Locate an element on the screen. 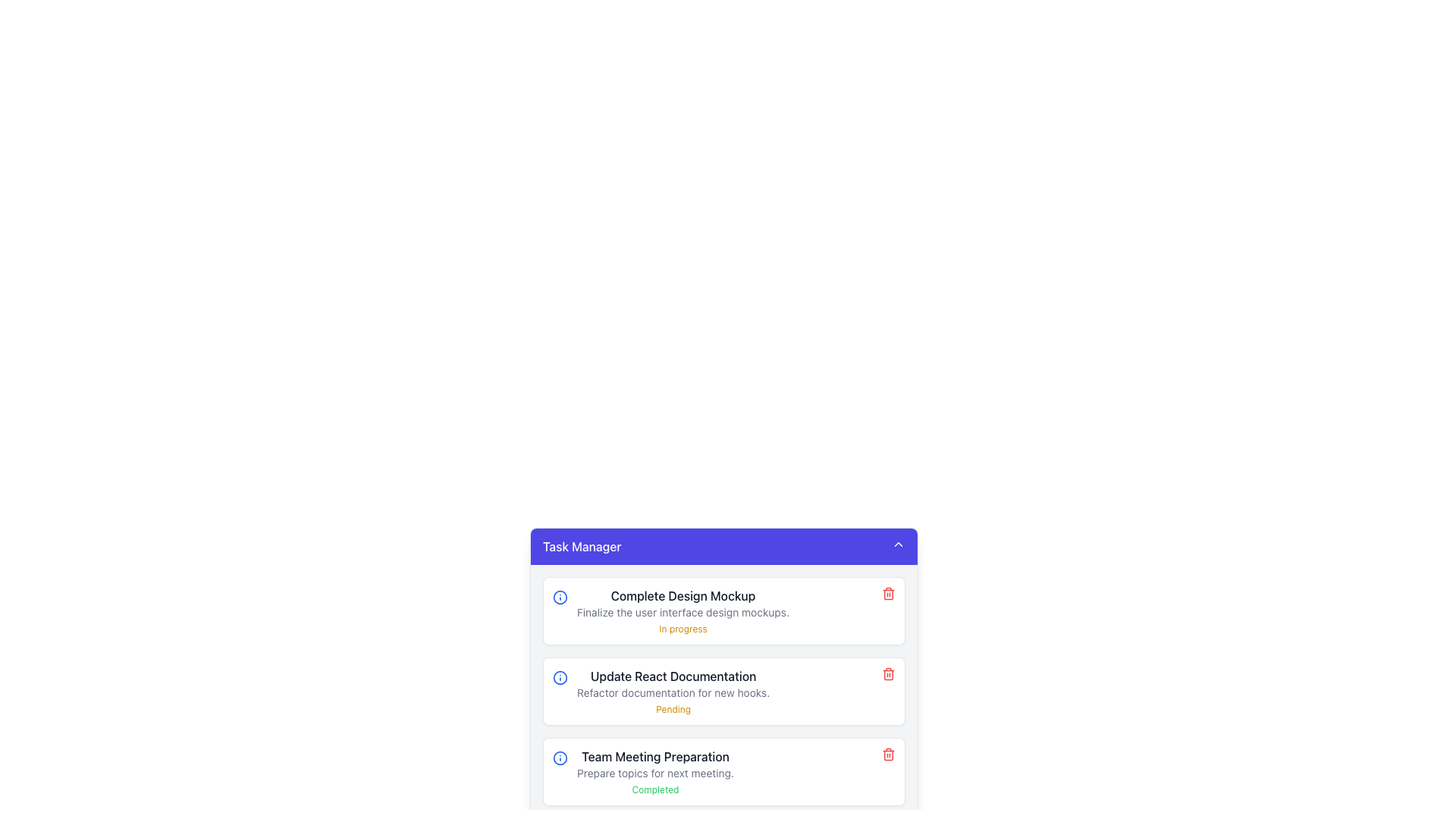 This screenshot has width=1456, height=819. the circular information icon with a blue outline located in the task card labeled 'Complete Design Mockup' at the upper-left corner, preceding the title text is located at coordinates (560, 596).